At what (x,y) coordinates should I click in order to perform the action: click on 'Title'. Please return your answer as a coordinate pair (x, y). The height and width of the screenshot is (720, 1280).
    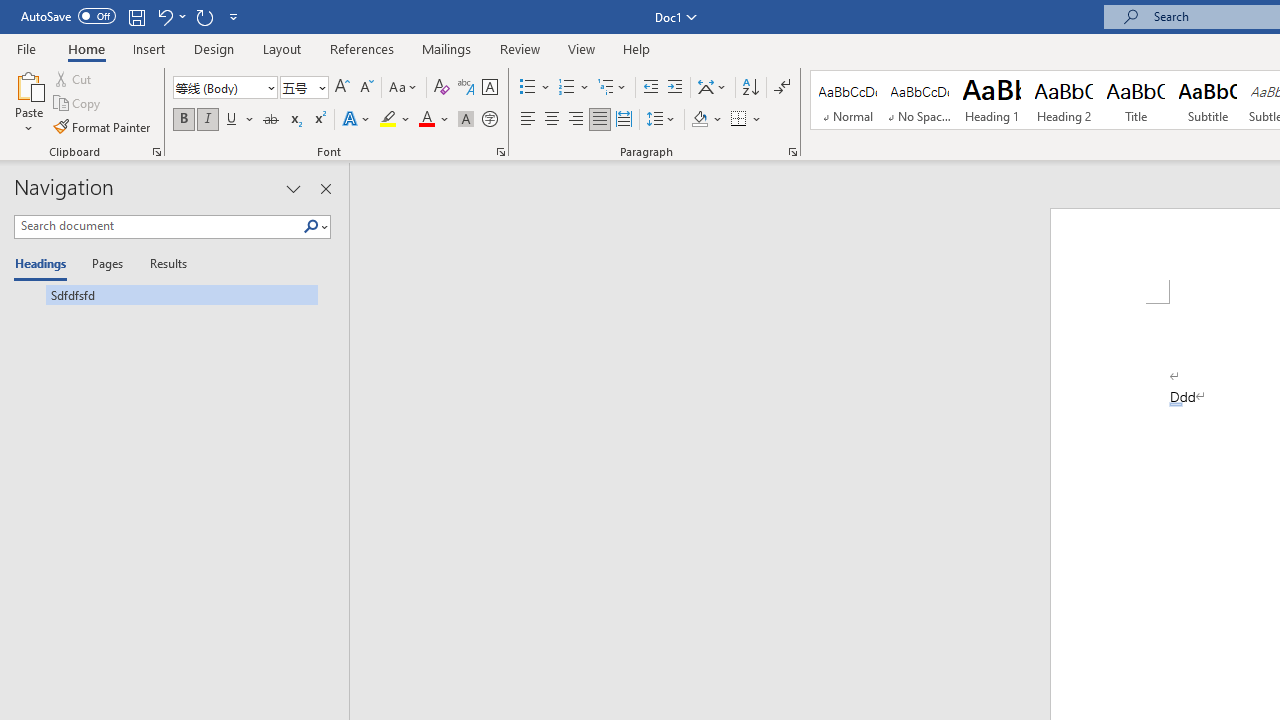
    Looking at the image, I should click on (1136, 100).